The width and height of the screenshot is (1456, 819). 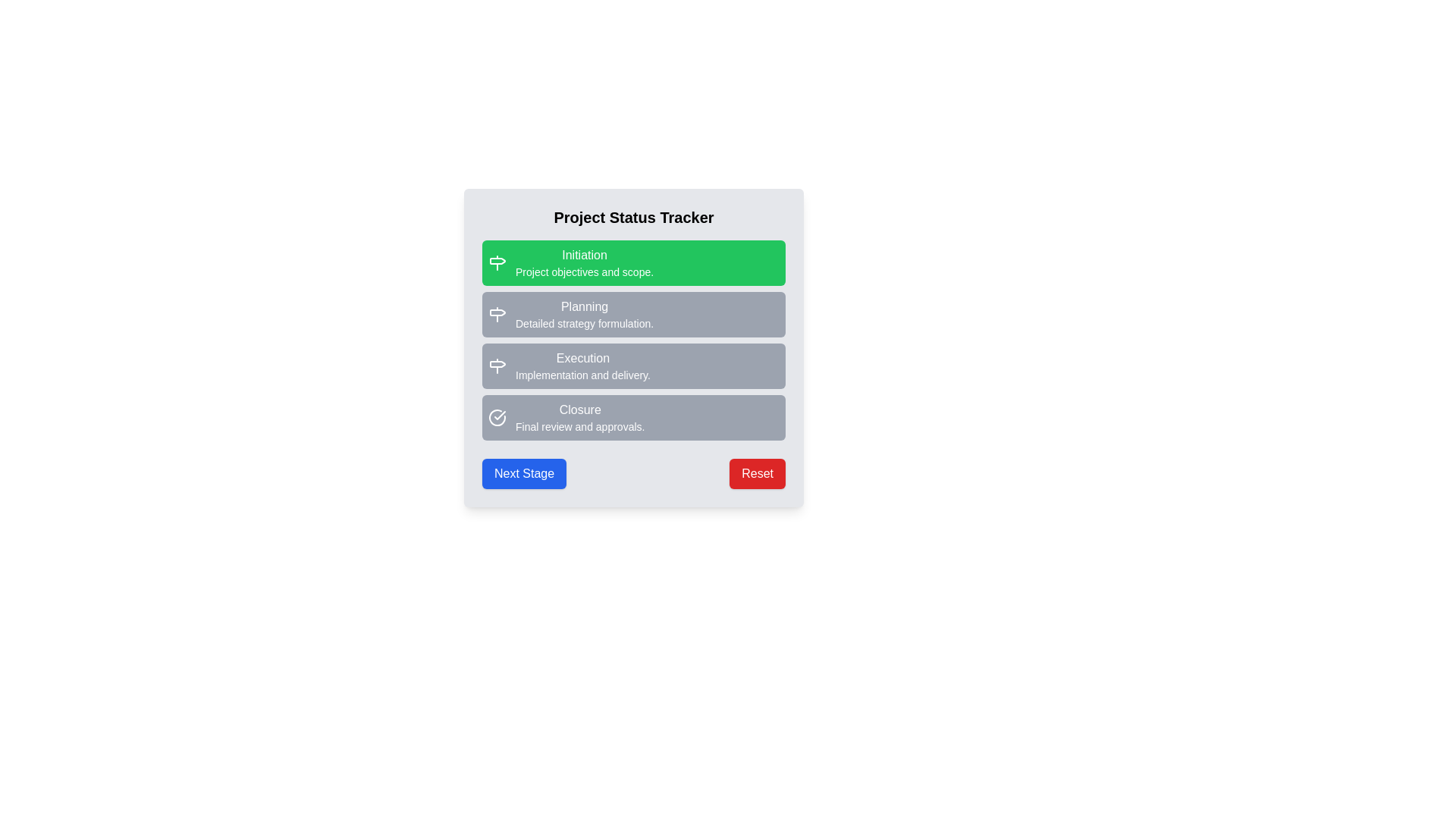 What do you see at coordinates (497, 260) in the screenshot?
I see `the small SVG drawing representing a simplified flag on a pole, which is part of the milestone representation adjacent to the label 'Initiation'` at bounding box center [497, 260].